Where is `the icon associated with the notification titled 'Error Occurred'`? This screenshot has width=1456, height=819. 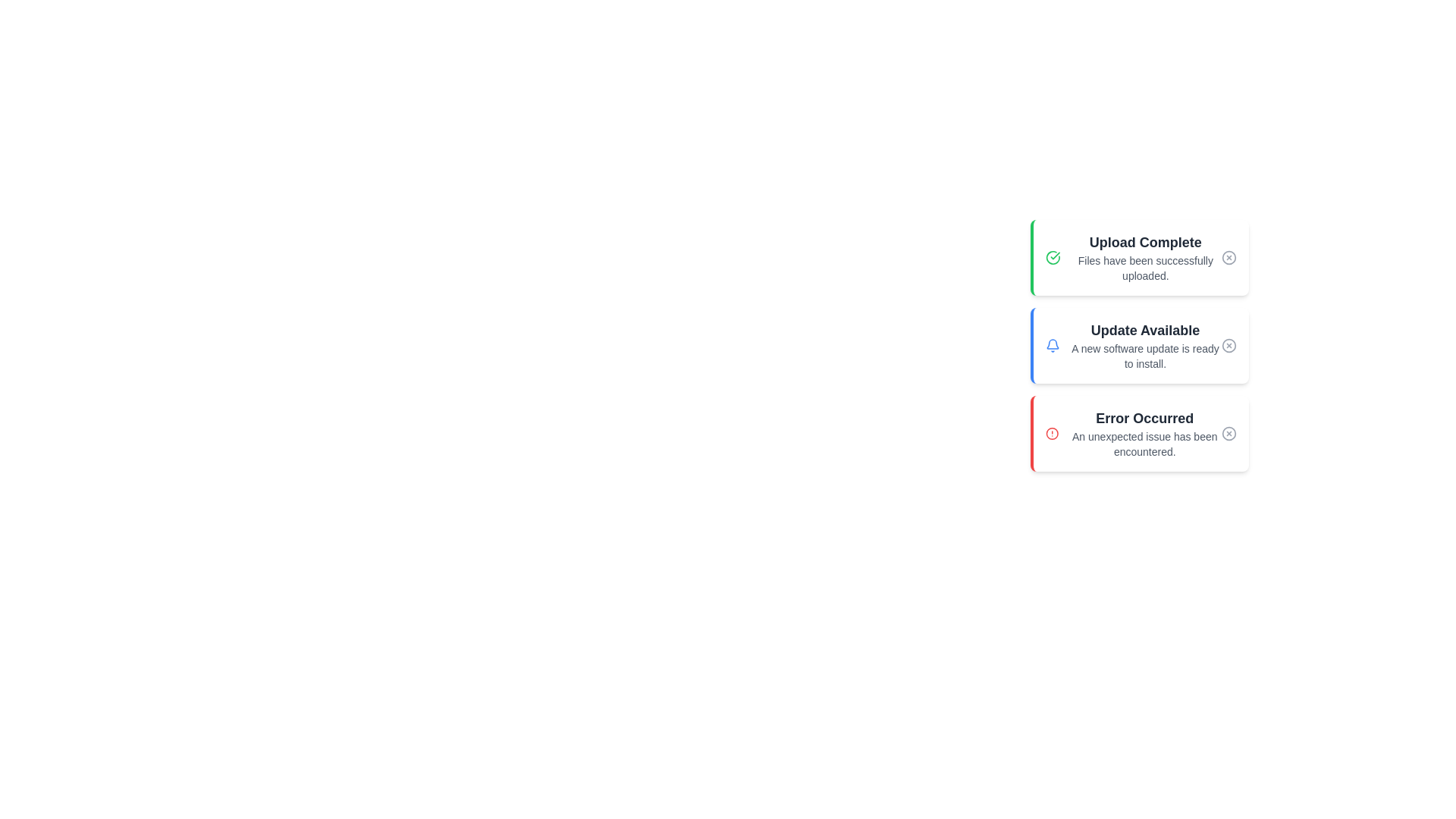 the icon associated with the notification titled 'Error Occurred' is located at coordinates (1051, 433).